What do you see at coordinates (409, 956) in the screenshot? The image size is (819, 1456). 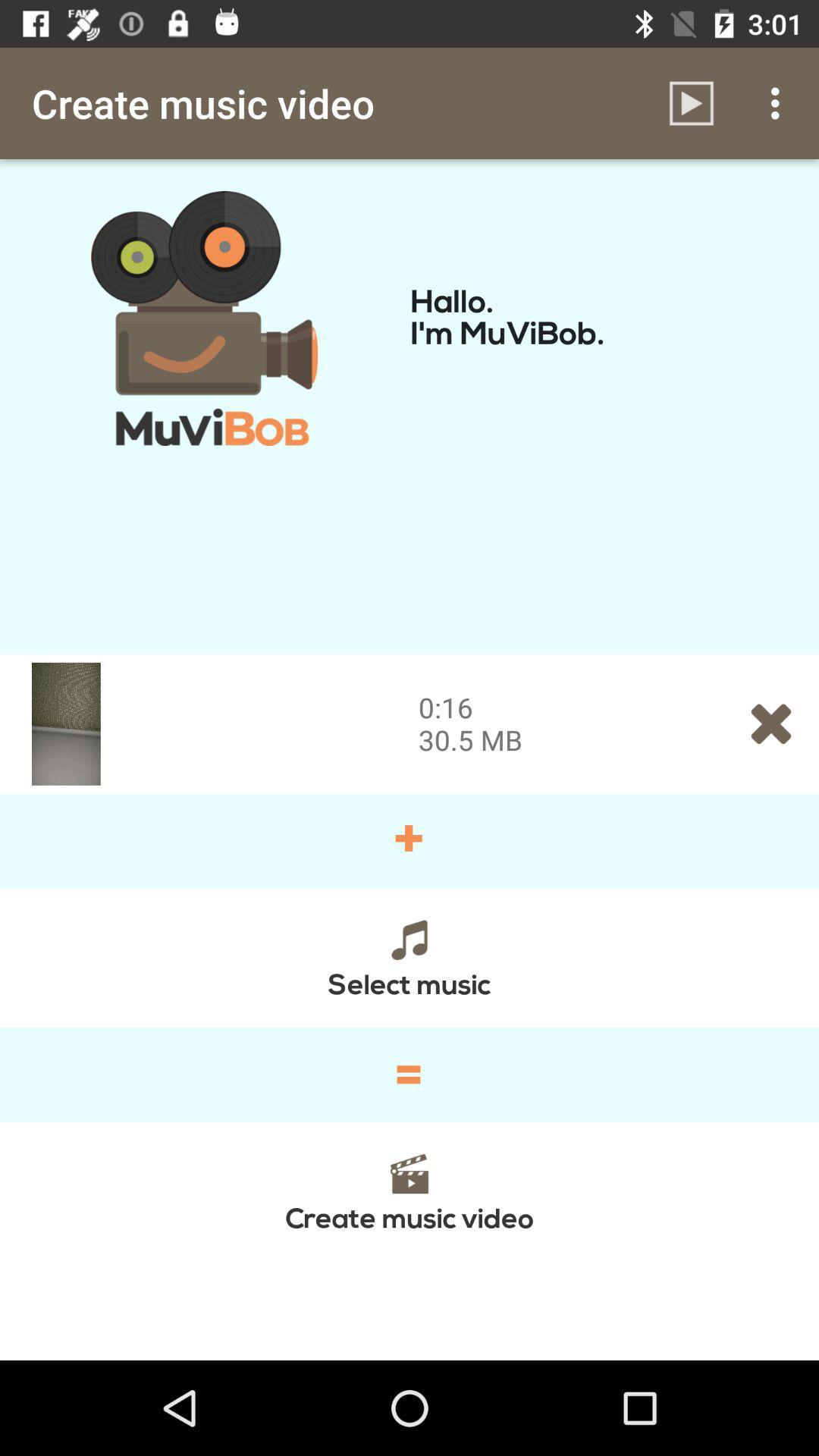 I see `select music` at bounding box center [409, 956].